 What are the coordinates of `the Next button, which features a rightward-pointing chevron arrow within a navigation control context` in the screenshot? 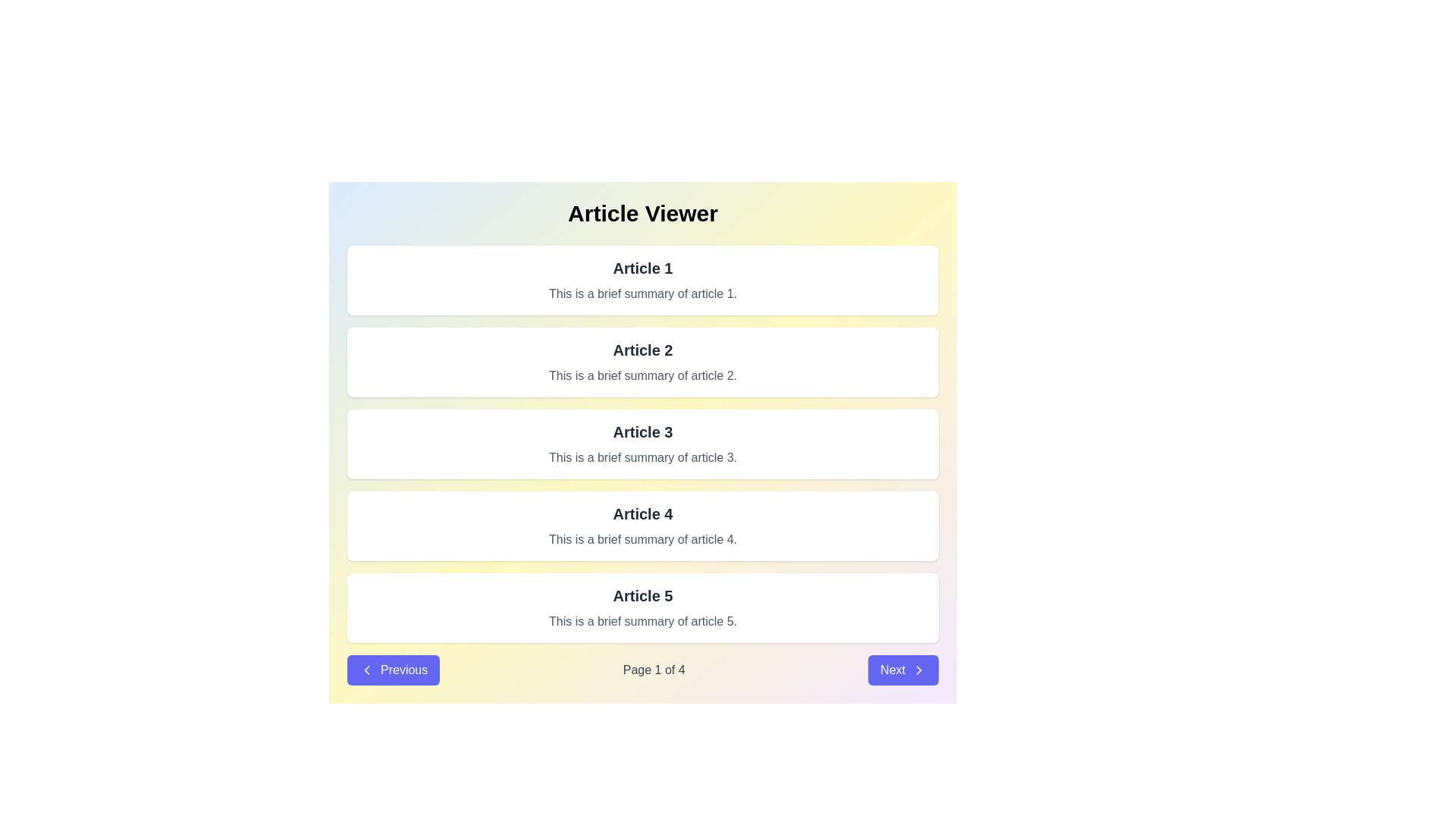 It's located at (918, 669).